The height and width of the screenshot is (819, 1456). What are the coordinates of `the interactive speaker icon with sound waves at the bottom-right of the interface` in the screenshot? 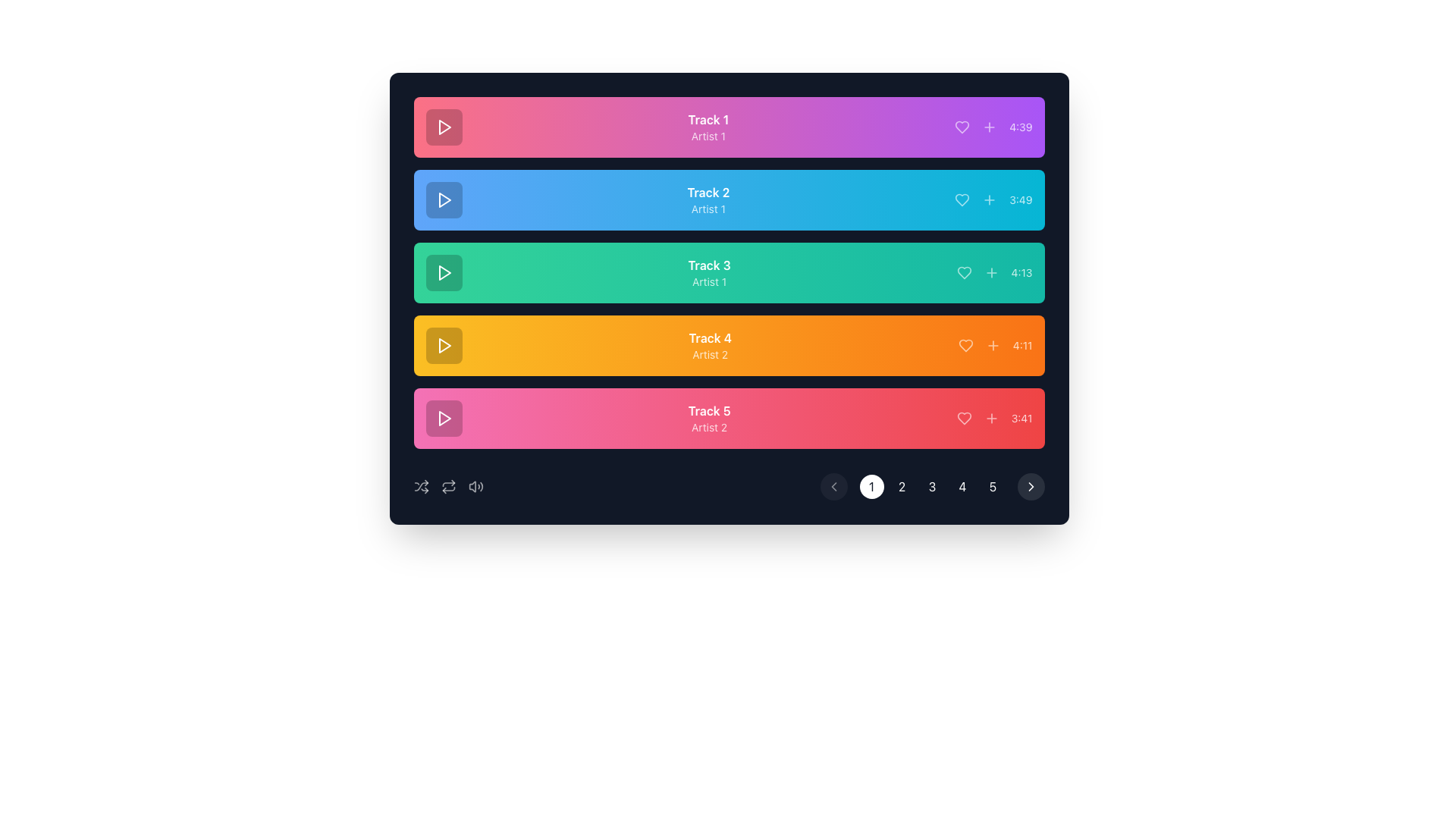 It's located at (475, 486).